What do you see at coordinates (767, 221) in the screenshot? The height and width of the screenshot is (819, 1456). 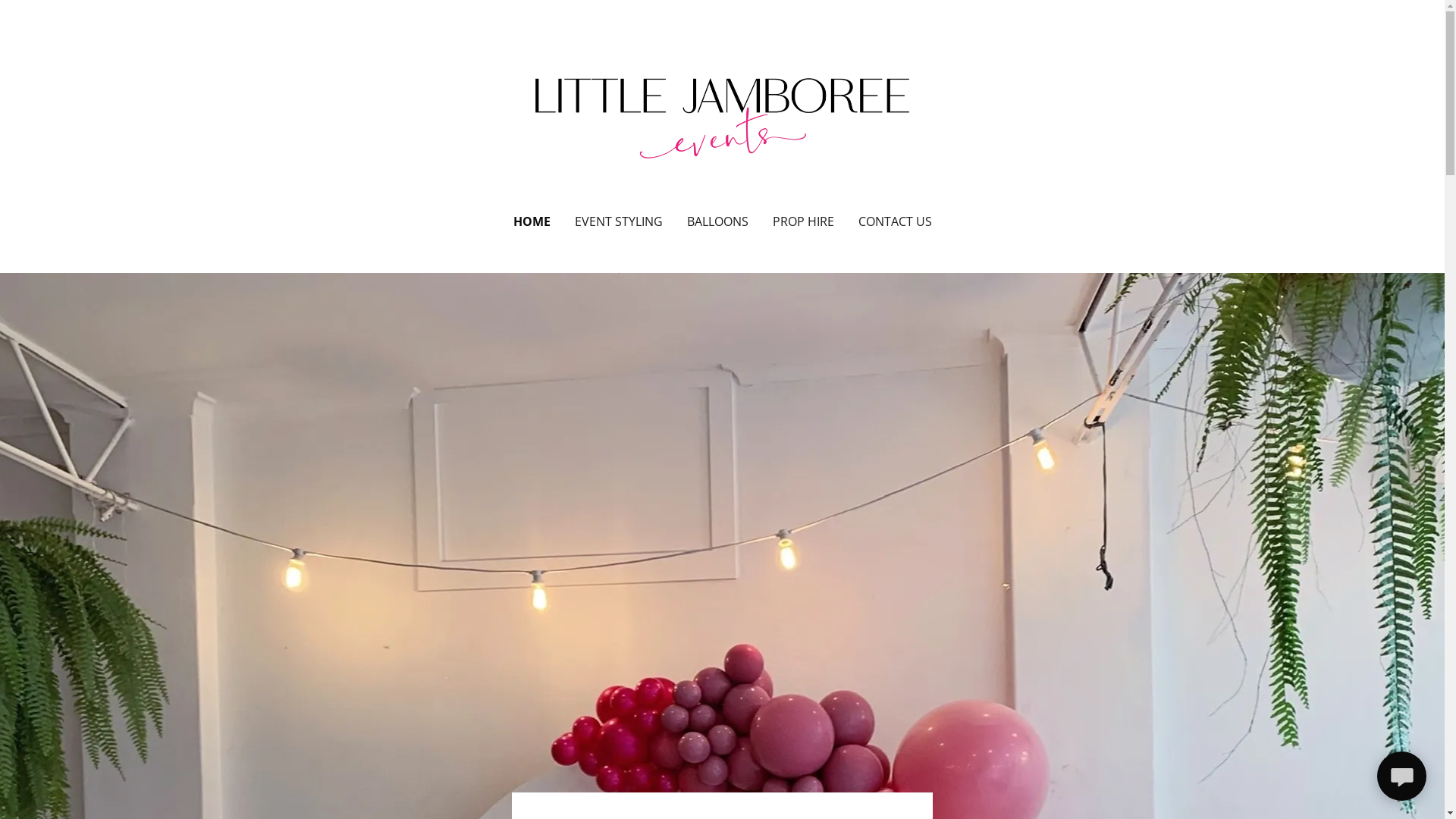 I see `'PROP HIRE'` at bounding box center [767, 221].